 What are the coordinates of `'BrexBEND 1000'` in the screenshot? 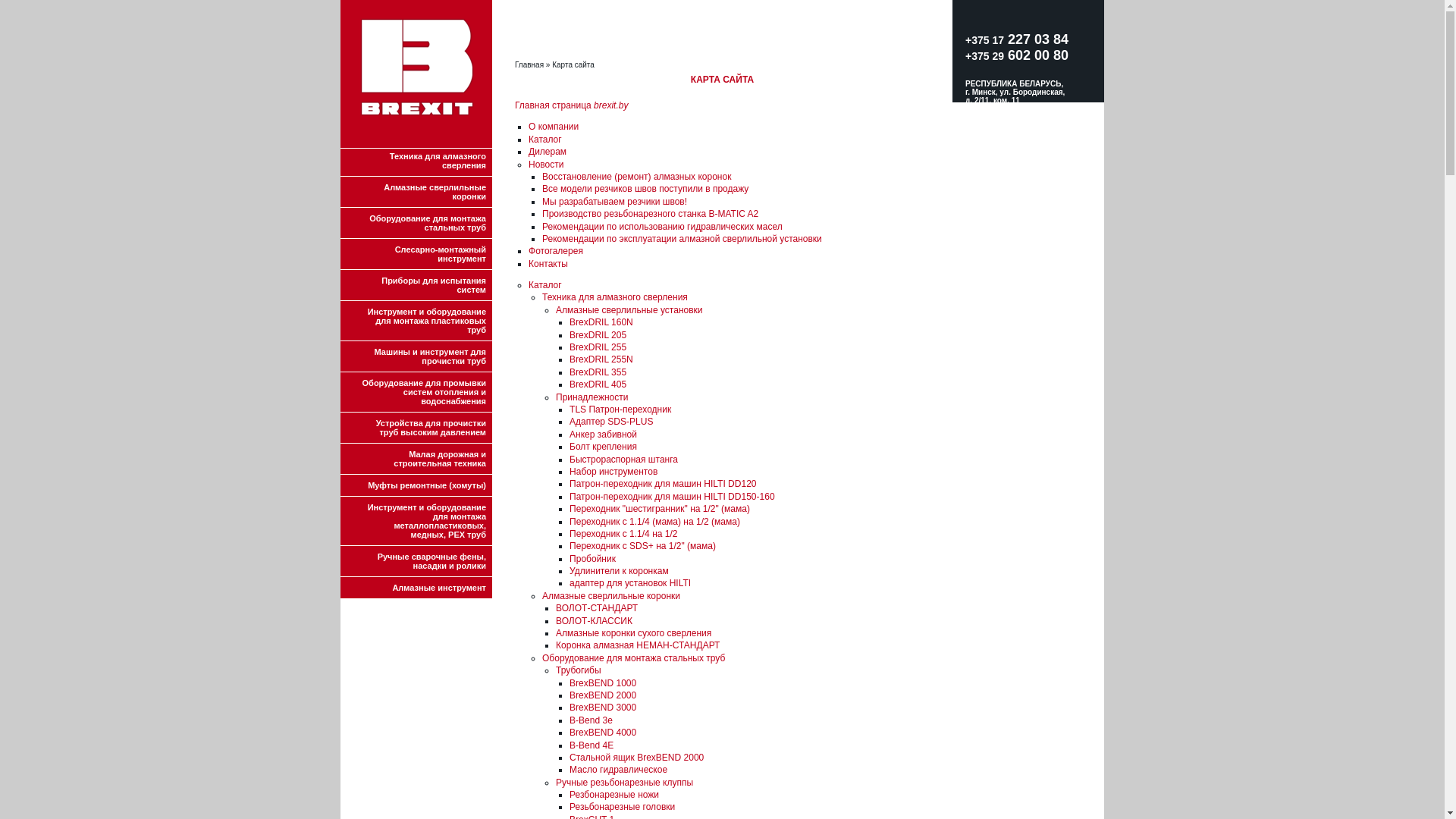 It's located at (602, 683).